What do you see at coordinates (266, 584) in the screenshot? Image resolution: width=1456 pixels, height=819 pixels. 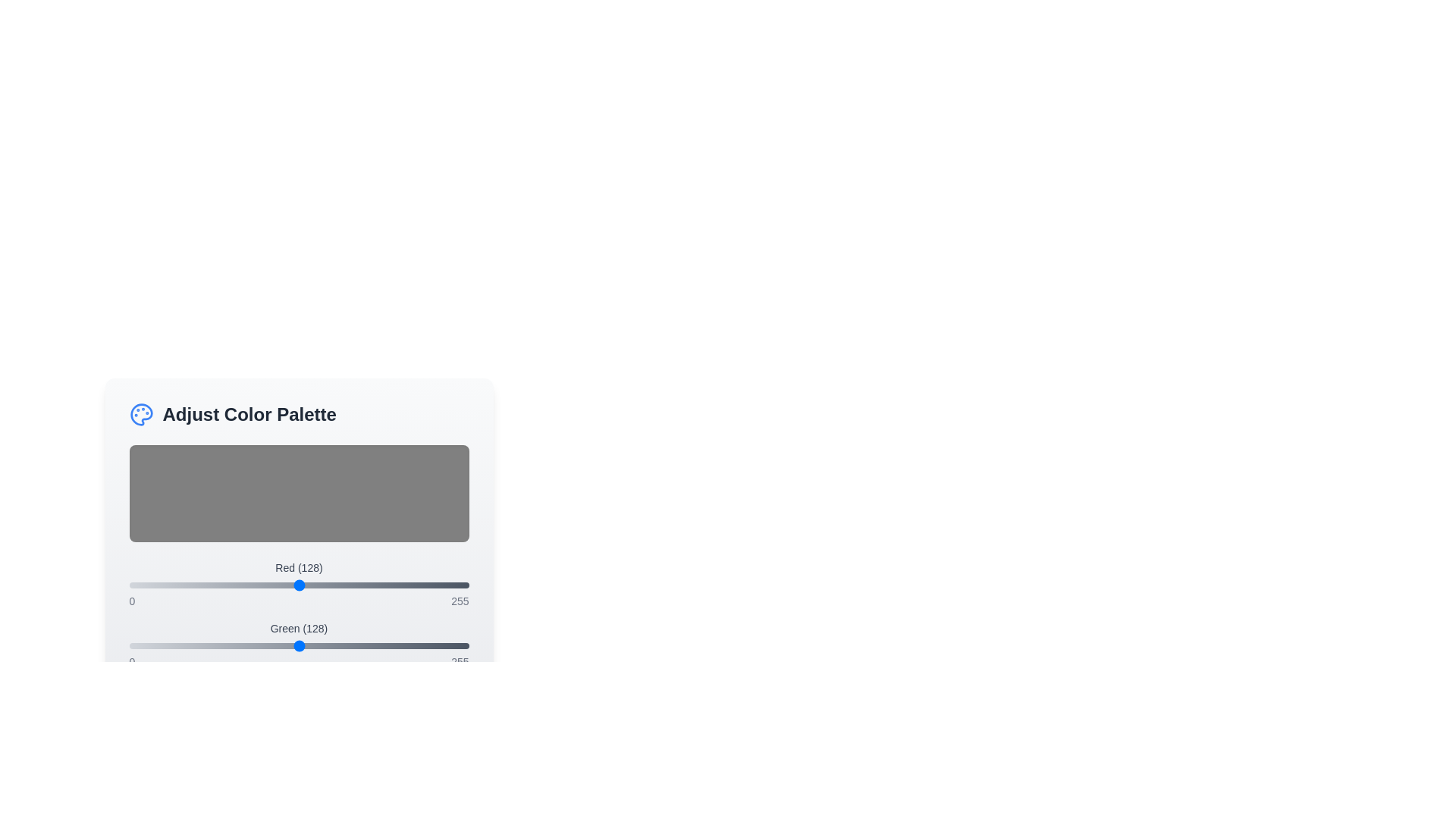 I see `the red color slider to 103` at bounding box center [266, 584].